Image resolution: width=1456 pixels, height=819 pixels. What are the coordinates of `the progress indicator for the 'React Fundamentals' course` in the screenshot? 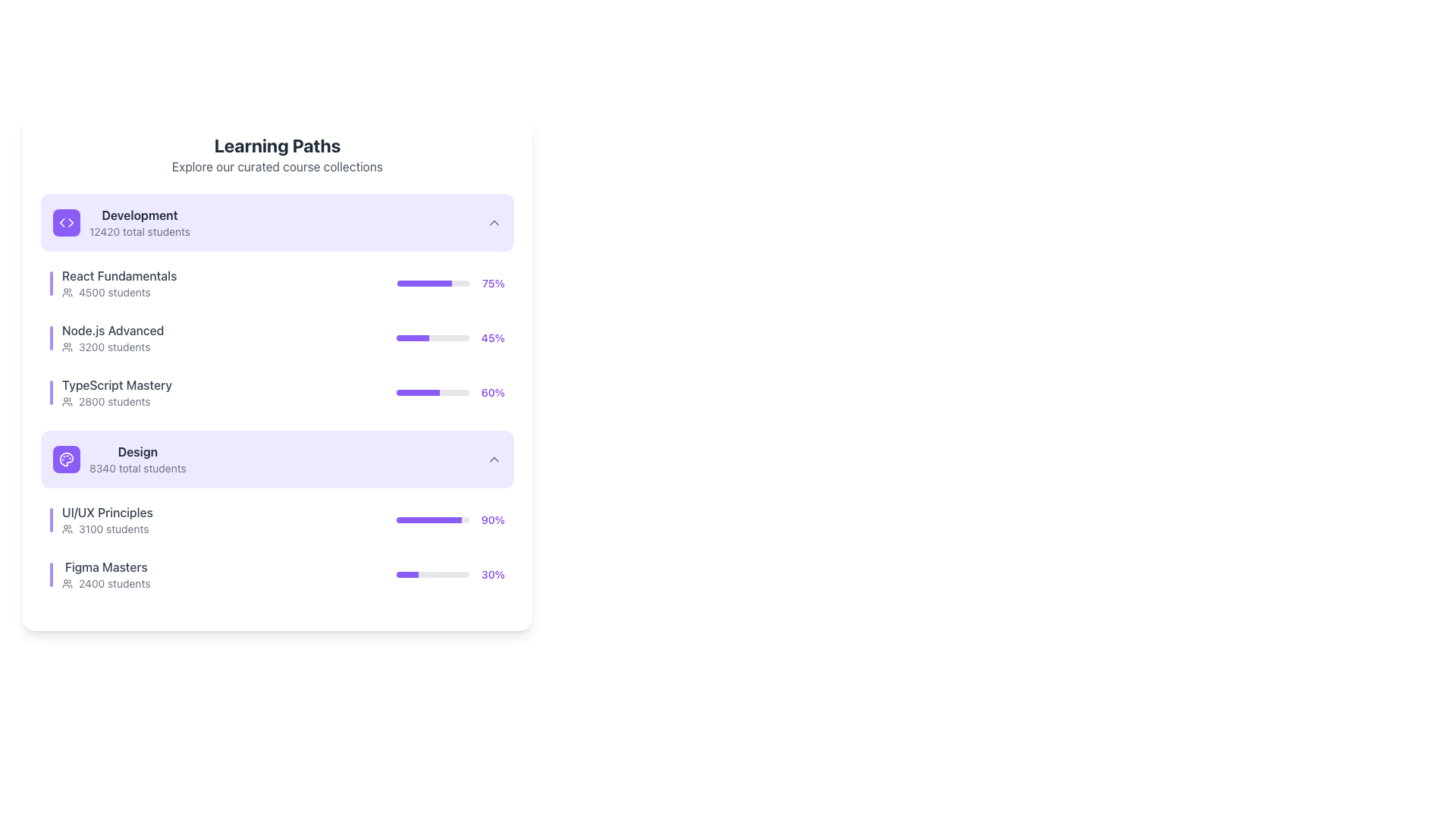 It's located at (450, 284).